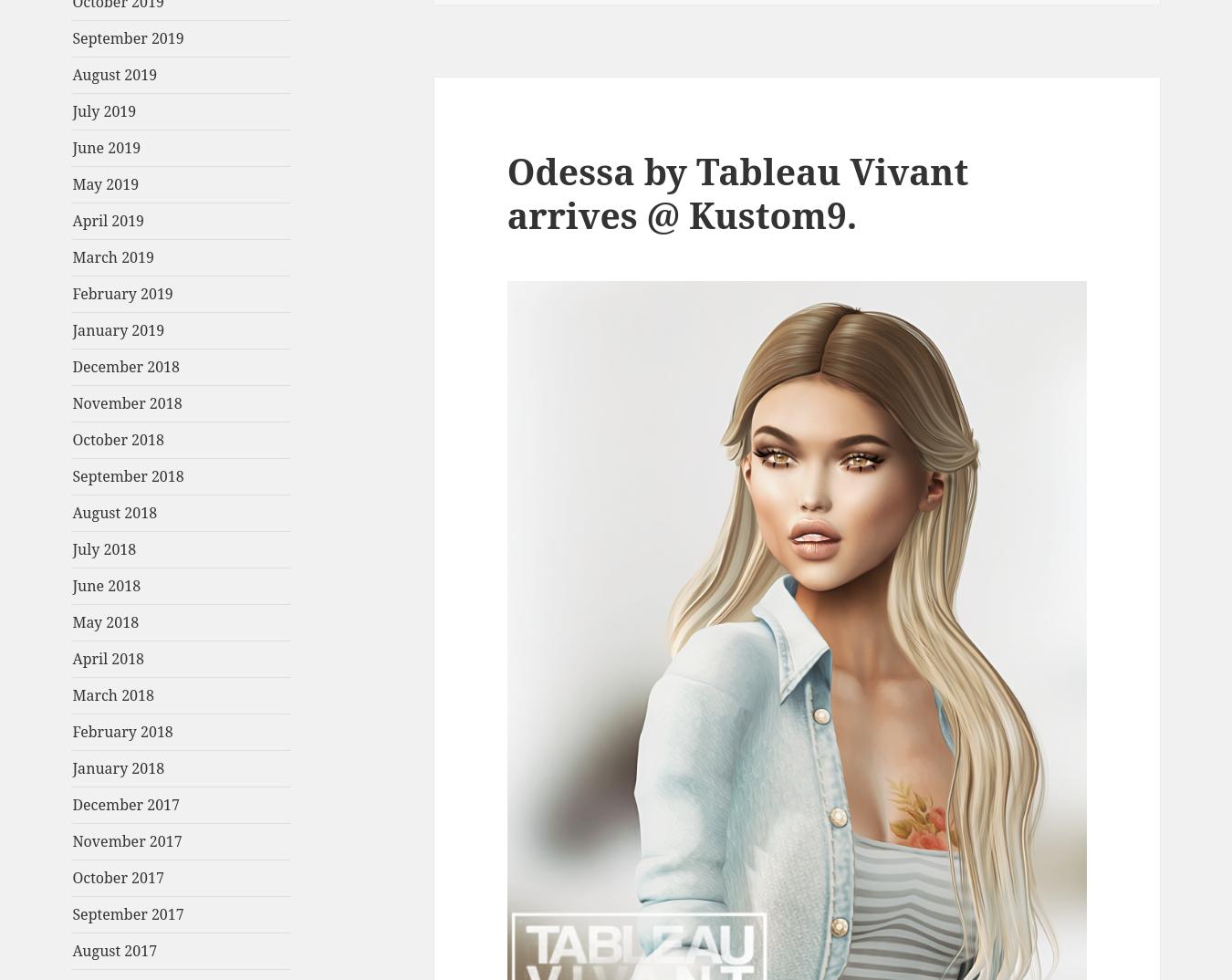 The height and width of the screenshot is (980, 1232). Describe the element at coordinates (118, 439) in the screenshot. I see `'October 2018'` at that location.